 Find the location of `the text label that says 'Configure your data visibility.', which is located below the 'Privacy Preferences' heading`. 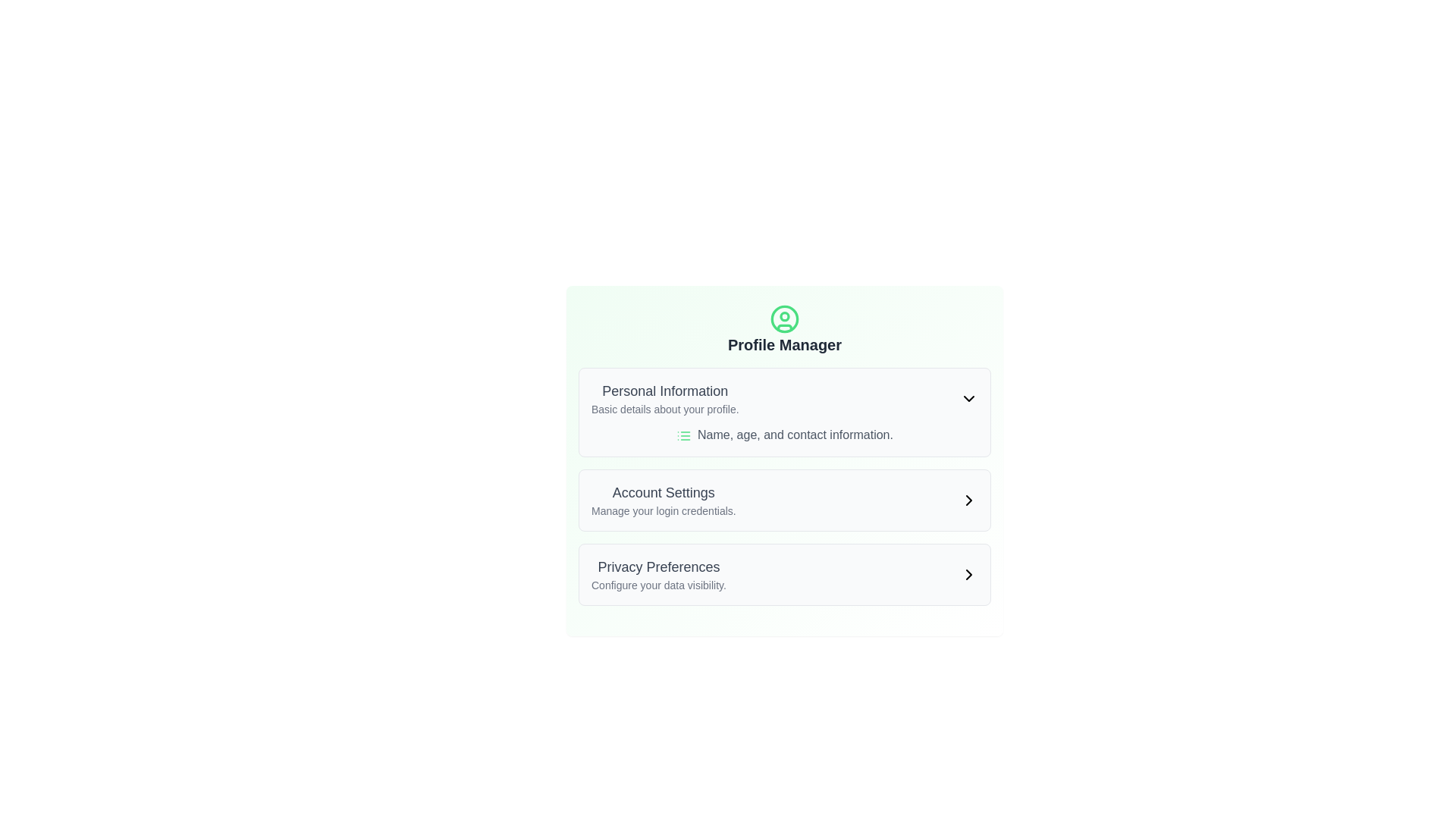

the text label that says 'Configure your data visibility.', which is located below the 'Privacy Preferences' heading is located at coordinates (658, 584).